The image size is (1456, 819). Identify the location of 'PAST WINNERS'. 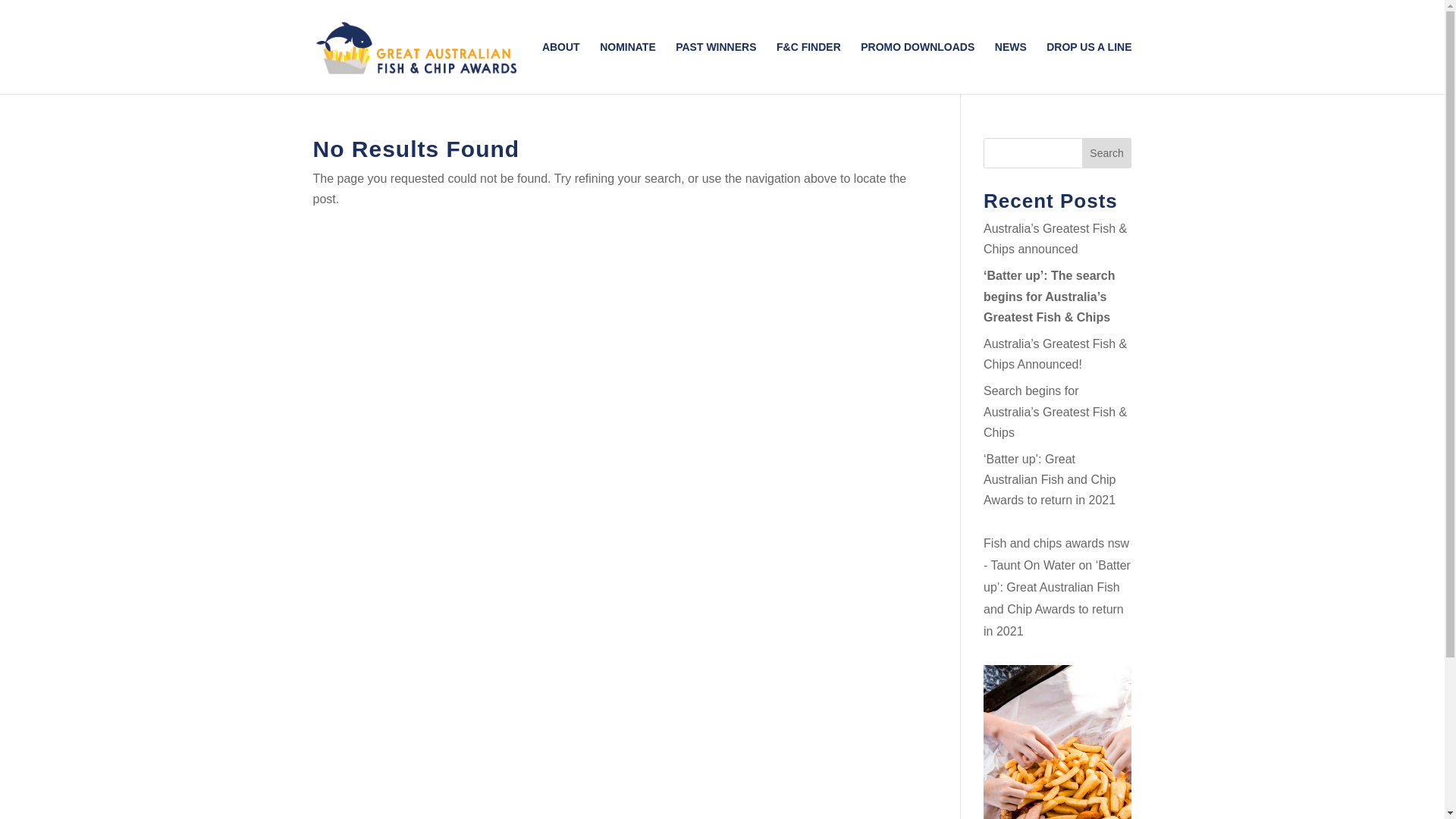
(715, 67).